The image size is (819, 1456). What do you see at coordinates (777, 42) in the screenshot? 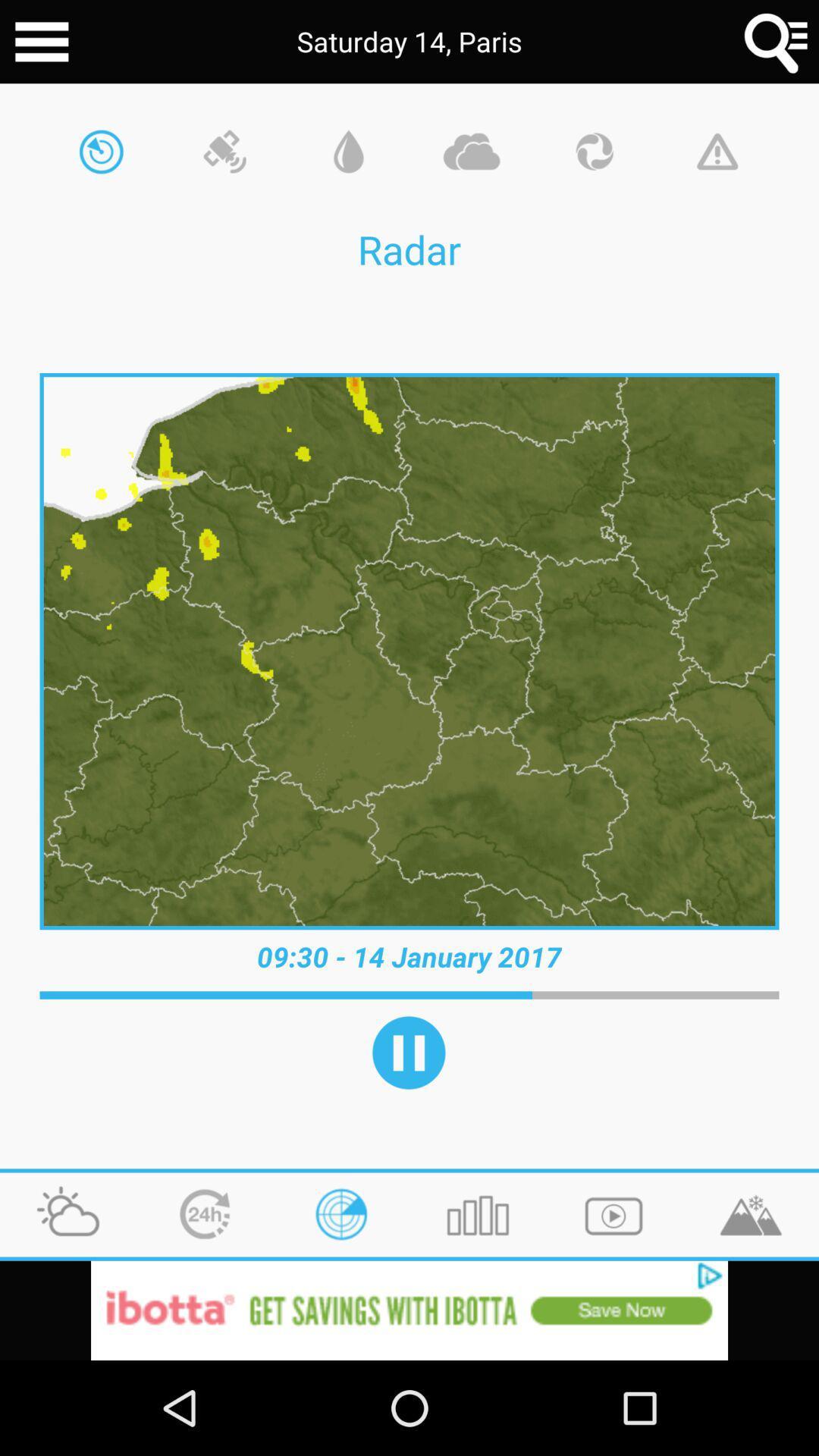
I see `search for area` at bounding box center [777, 42].